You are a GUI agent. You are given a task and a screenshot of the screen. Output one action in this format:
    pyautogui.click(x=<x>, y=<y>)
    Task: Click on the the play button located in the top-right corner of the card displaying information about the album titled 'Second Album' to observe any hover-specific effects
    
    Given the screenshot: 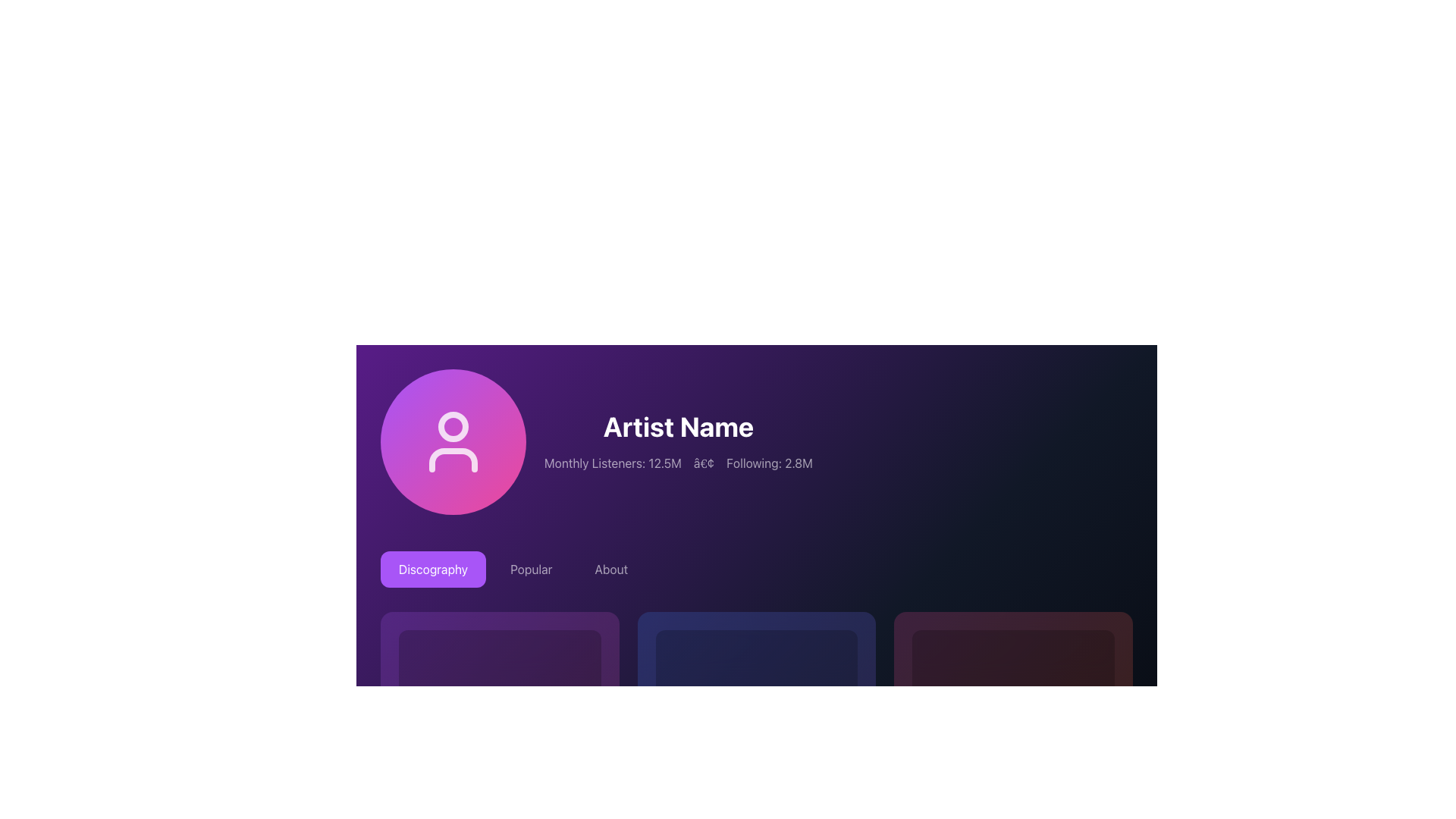 What is the action you would take?
    pyautogui.click(x=845, y=642)
    